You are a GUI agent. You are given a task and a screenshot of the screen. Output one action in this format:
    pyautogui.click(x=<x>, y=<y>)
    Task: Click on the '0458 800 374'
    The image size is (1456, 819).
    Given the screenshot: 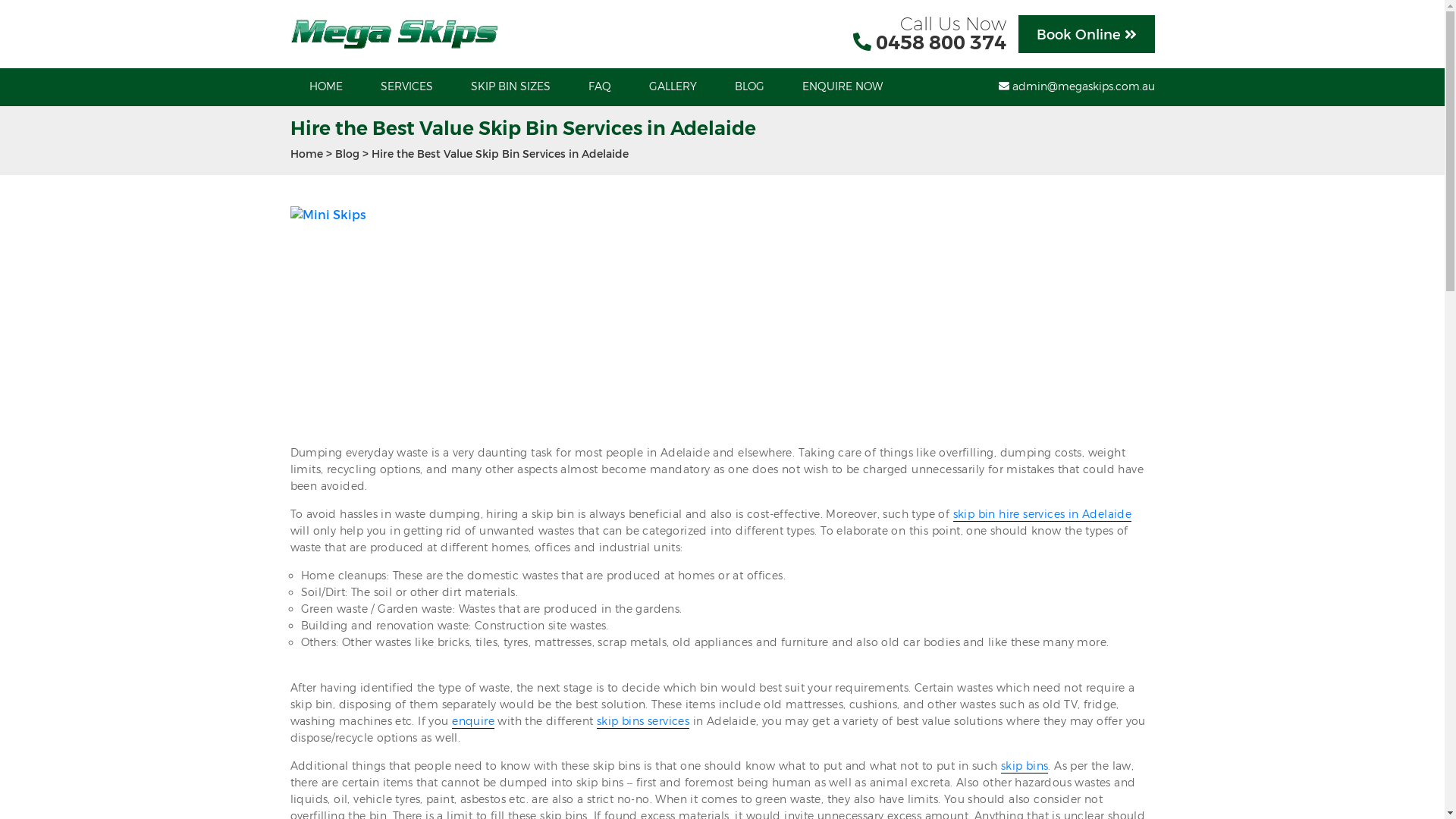 What is the action you would take?
    pyautogui.click(x=939, y=42)
    